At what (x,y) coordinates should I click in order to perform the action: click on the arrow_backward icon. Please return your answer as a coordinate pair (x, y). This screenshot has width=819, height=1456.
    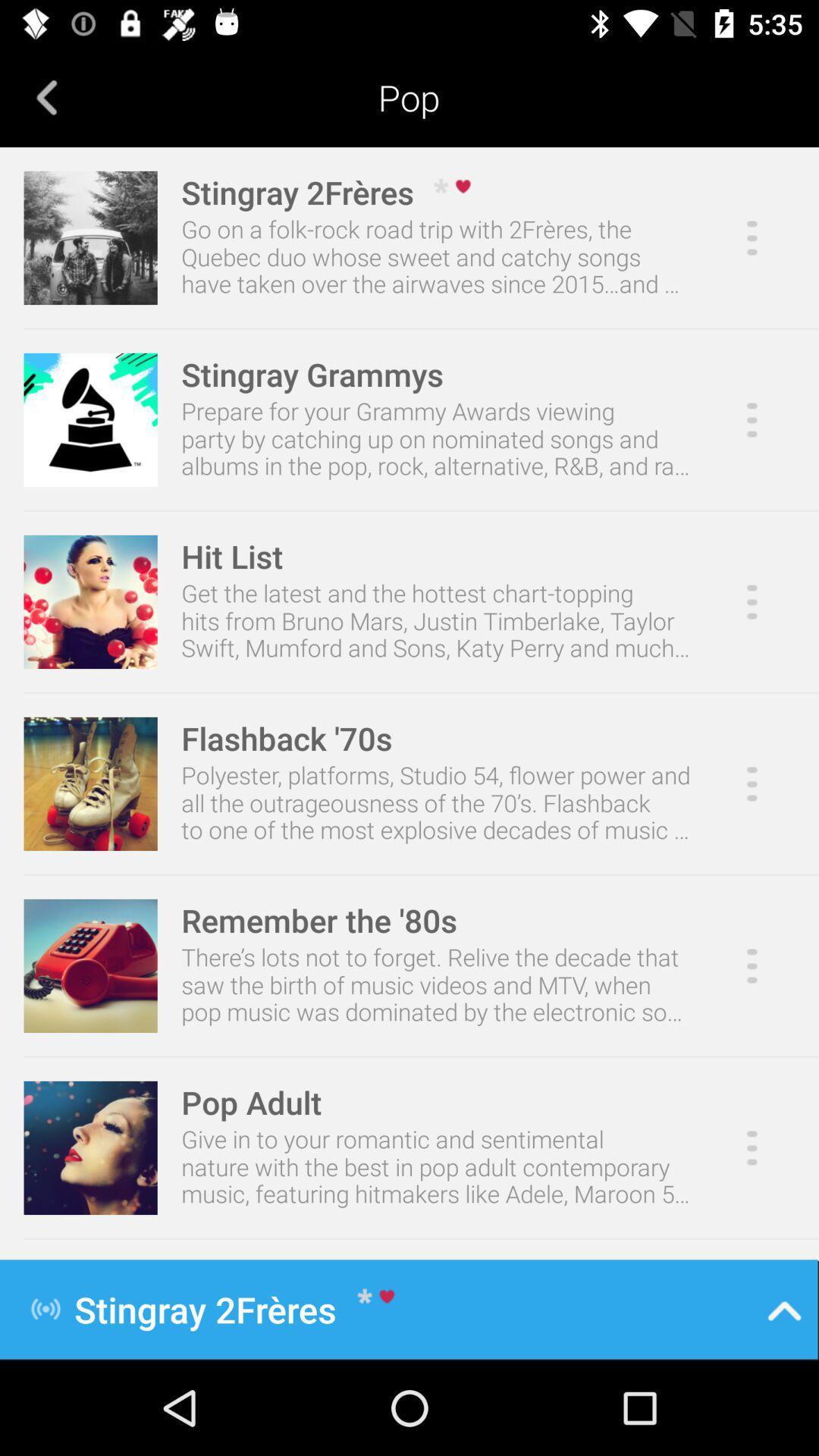
    Looking at the image, I should click on (46, 96).